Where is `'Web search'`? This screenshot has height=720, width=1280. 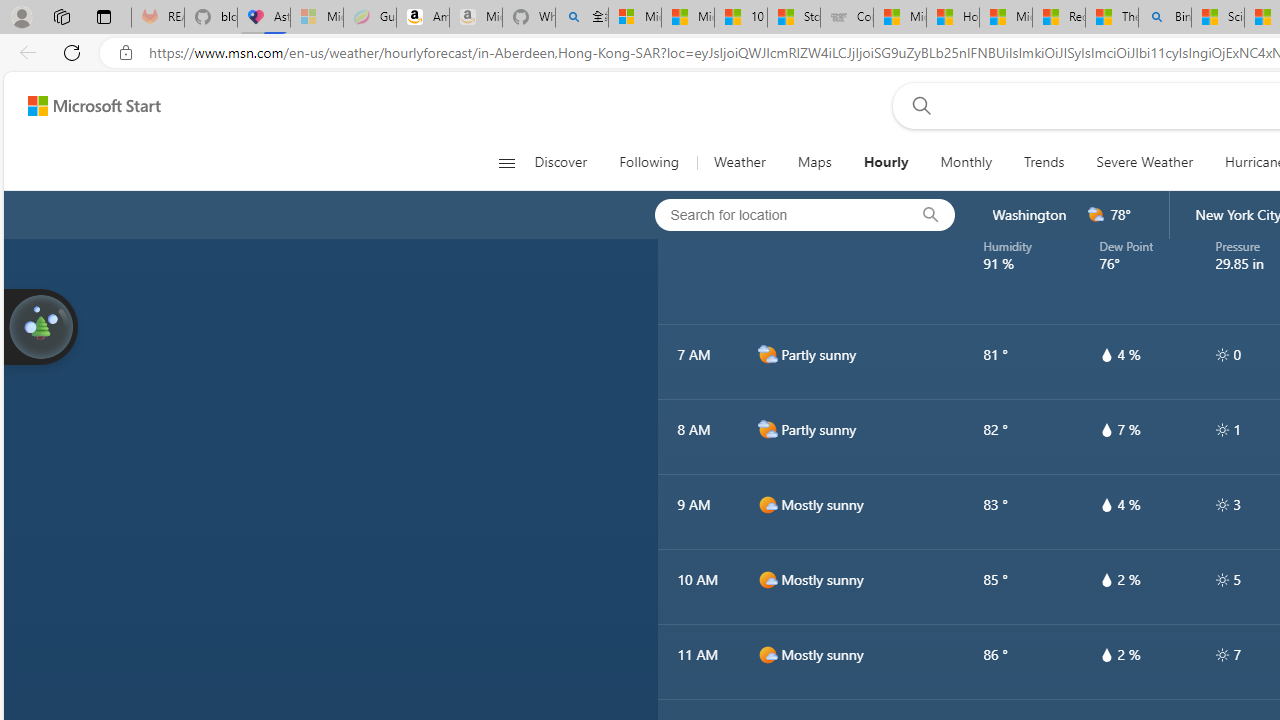
'Web search' is located at coordinates (916, 105).